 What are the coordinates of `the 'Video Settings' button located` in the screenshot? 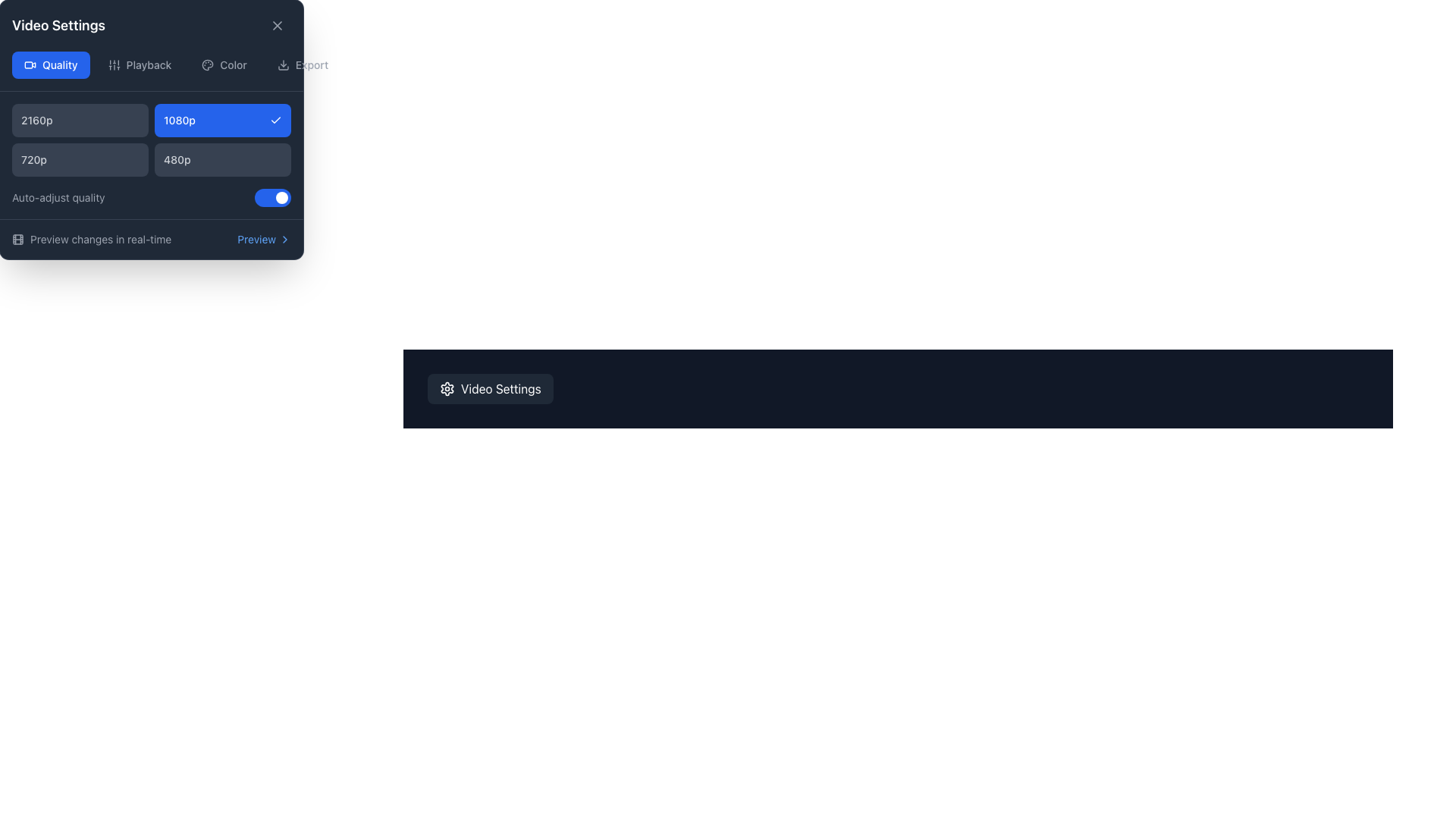 It's located at (490, 388).